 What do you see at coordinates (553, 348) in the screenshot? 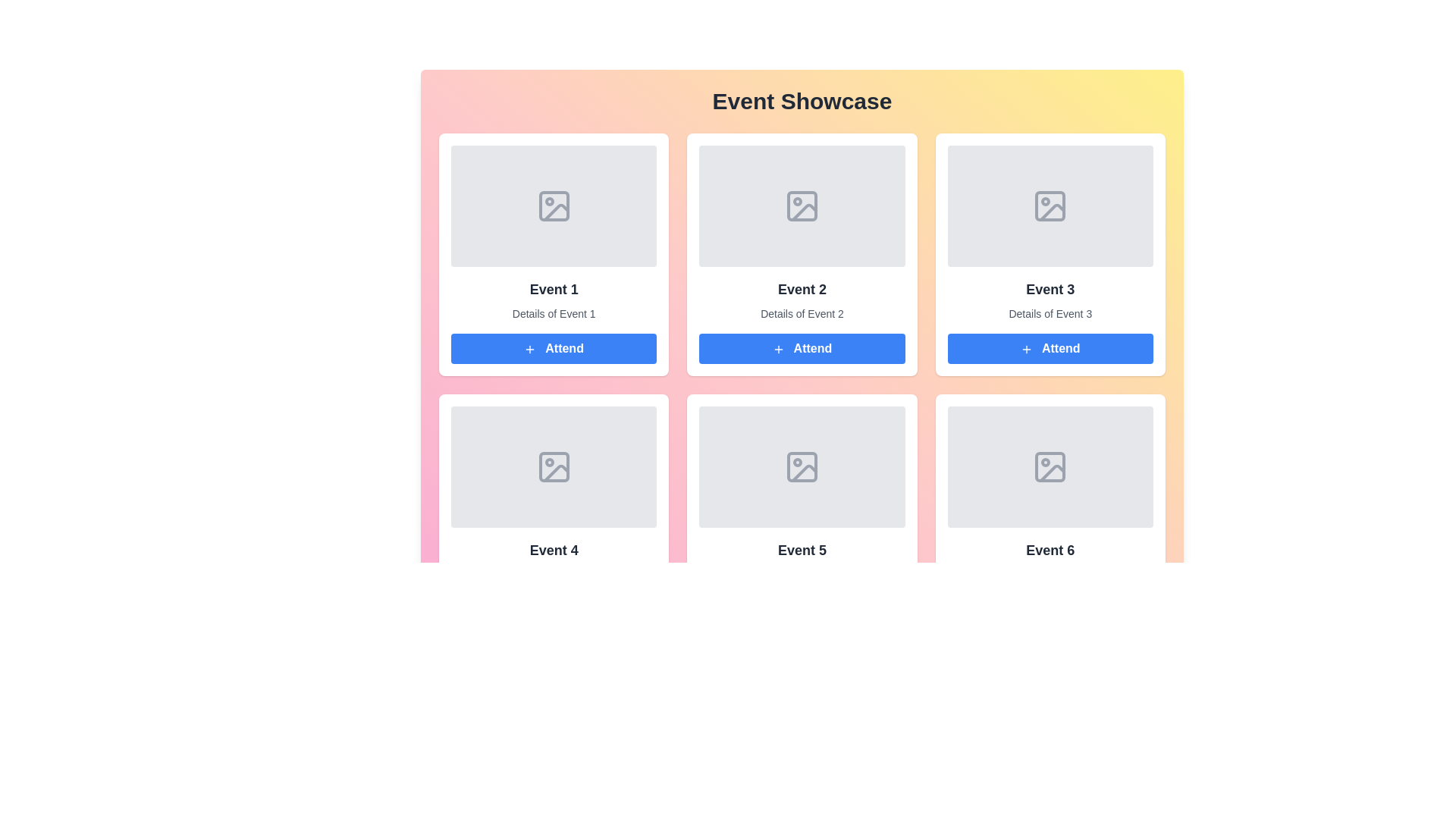
I see `the 'Attend' button with a rounded blue background located beneath the 'Details of Event 1' text in the 'Event 1' card` at bounding box center [553, 348].